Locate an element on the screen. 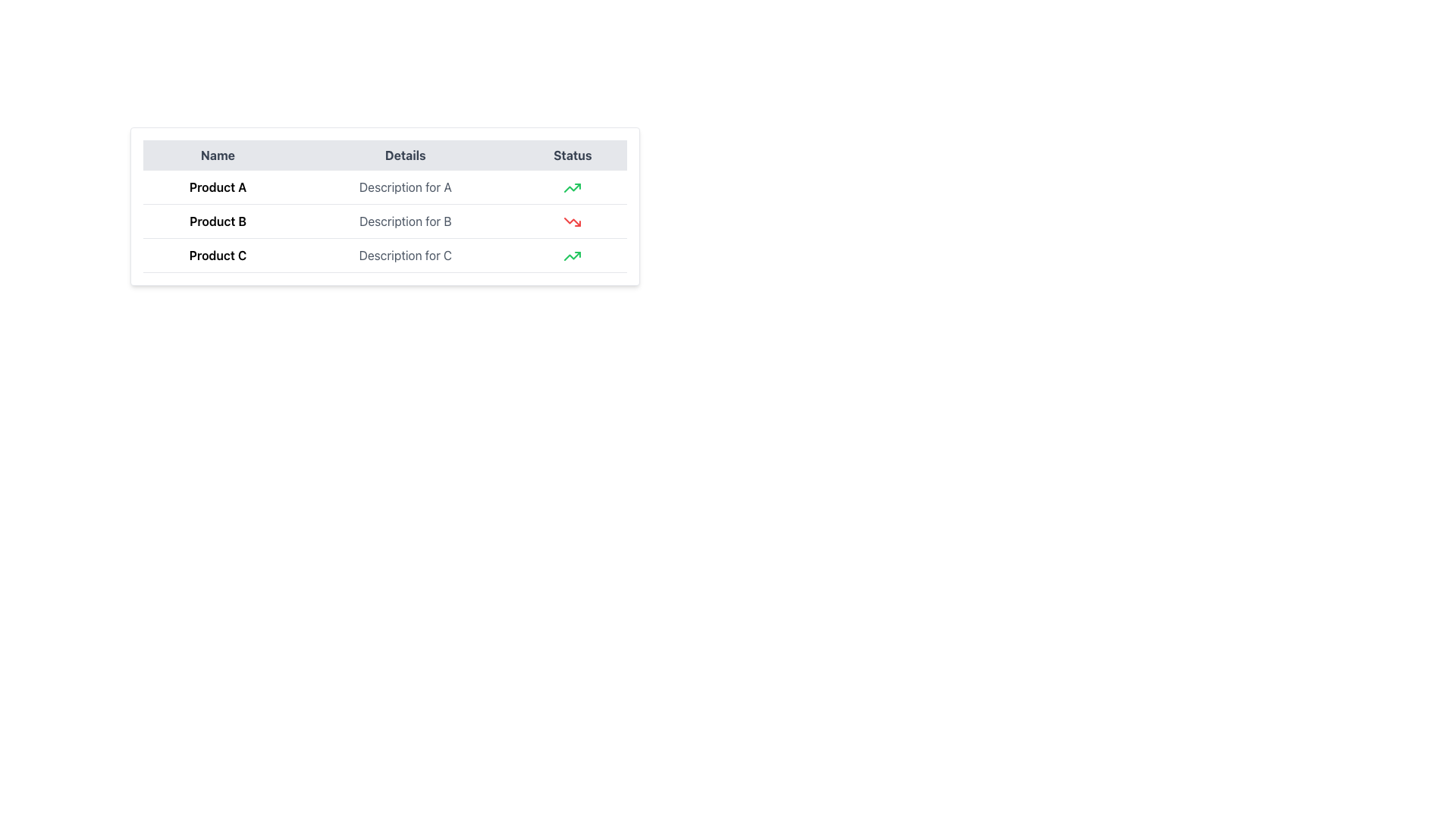 The image size is (1456, 819). the green upward trending arrow icon located in the third row of the table under the 'Status' column is located at coordinates (572, 256).